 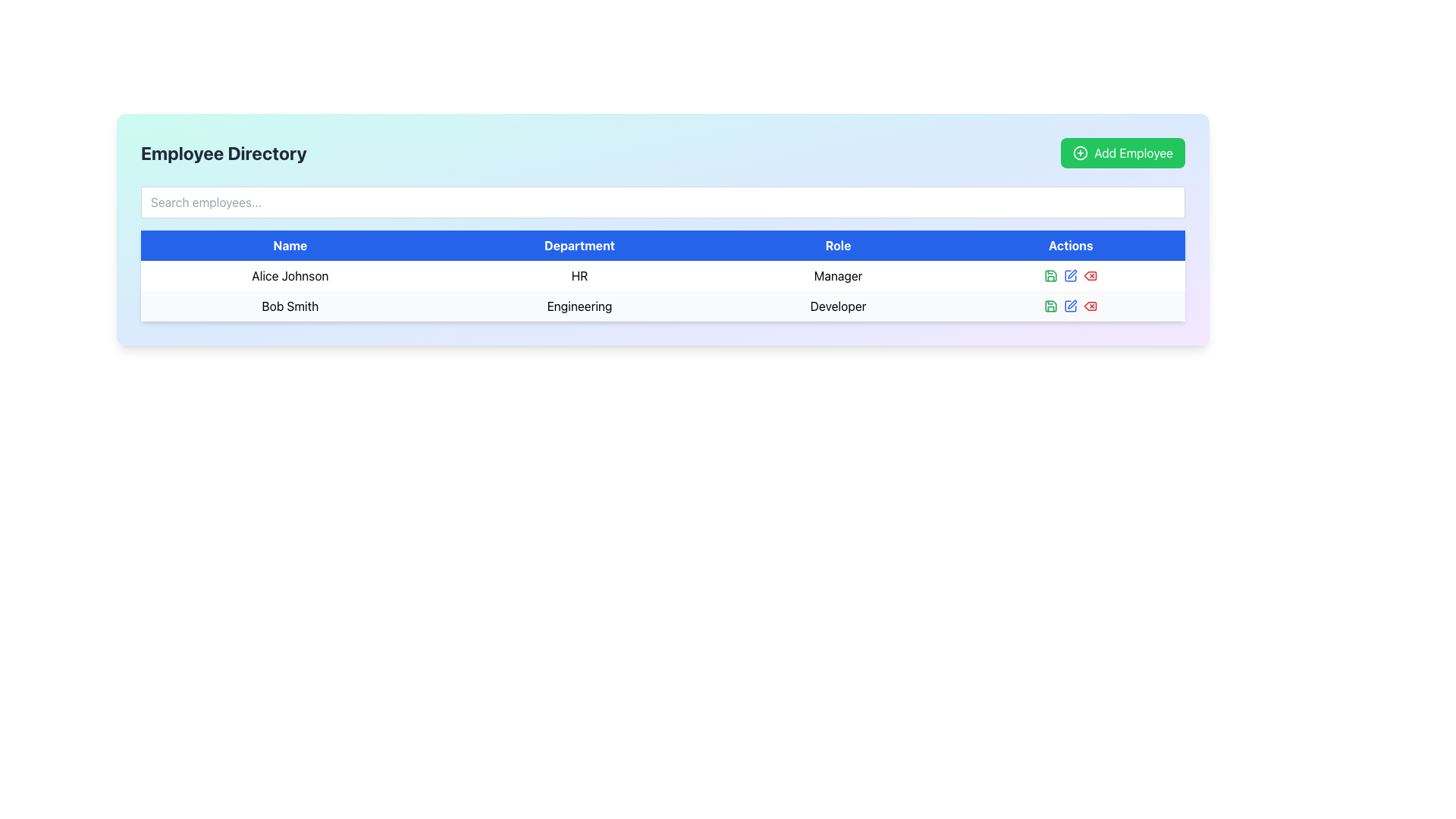 I want to click on header label identifying the current section as the Employee Directory, located at the top-left corner of the header, so click(x=223, y=152).